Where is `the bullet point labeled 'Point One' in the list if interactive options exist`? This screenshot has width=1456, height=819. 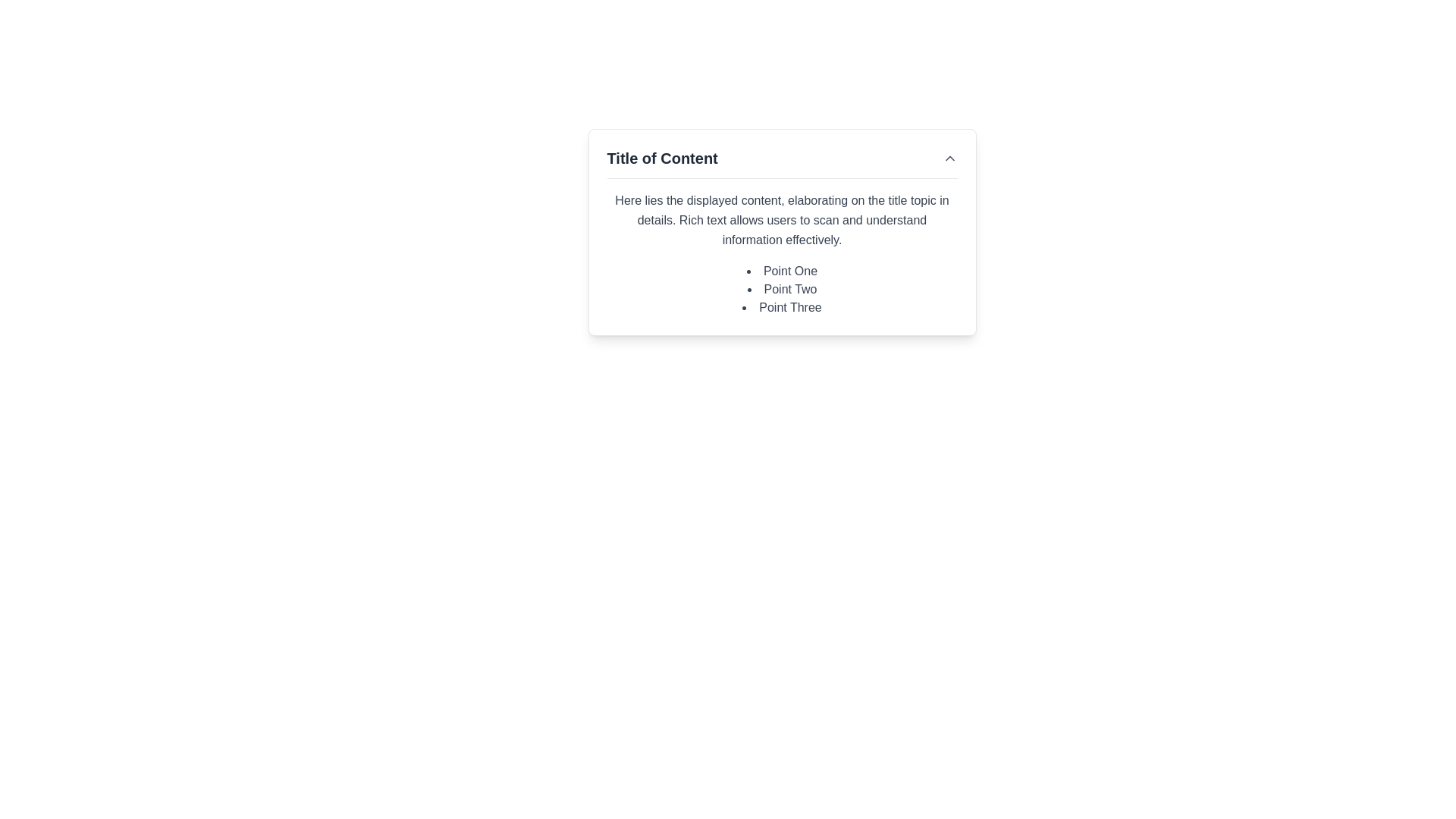 the bullet point labeled 'Point One' in the list if interactive options exist is located at coordinates (782, 271).